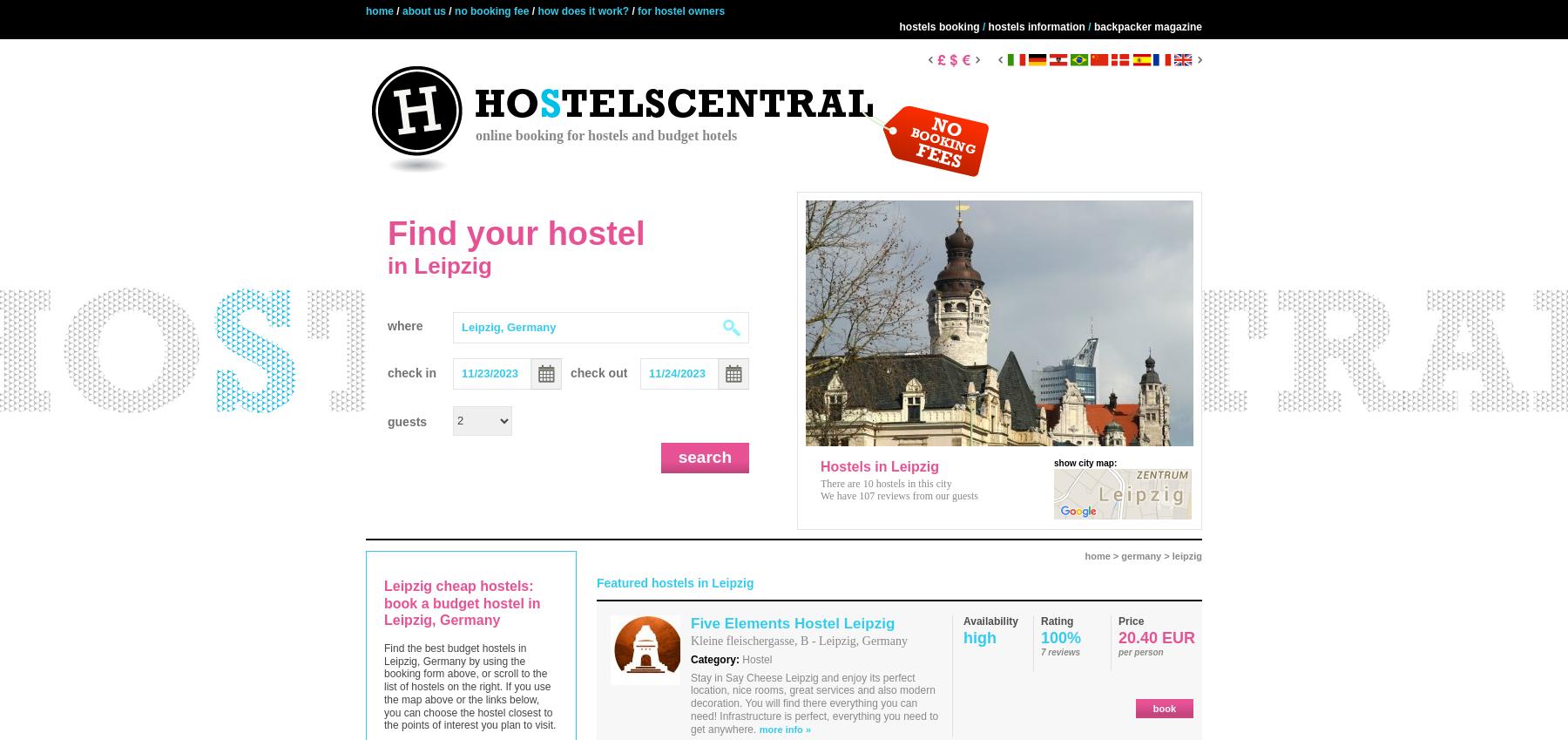  I want to click on 'No booking fee', so click(491, 10).